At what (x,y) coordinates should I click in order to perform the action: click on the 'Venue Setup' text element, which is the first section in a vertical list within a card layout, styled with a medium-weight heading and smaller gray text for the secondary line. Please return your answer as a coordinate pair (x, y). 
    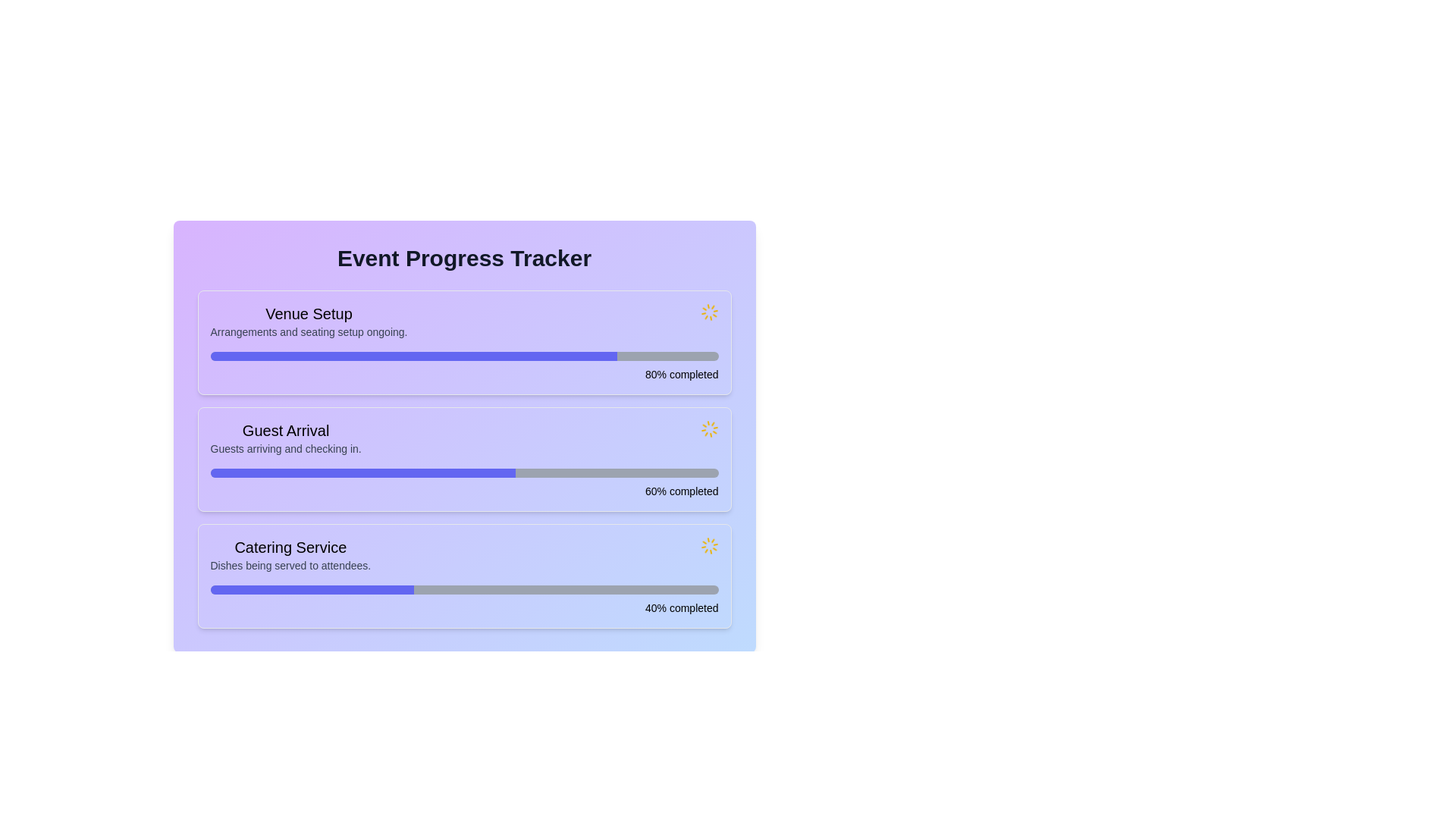
    Looking at the image, I should click on (308, 321).